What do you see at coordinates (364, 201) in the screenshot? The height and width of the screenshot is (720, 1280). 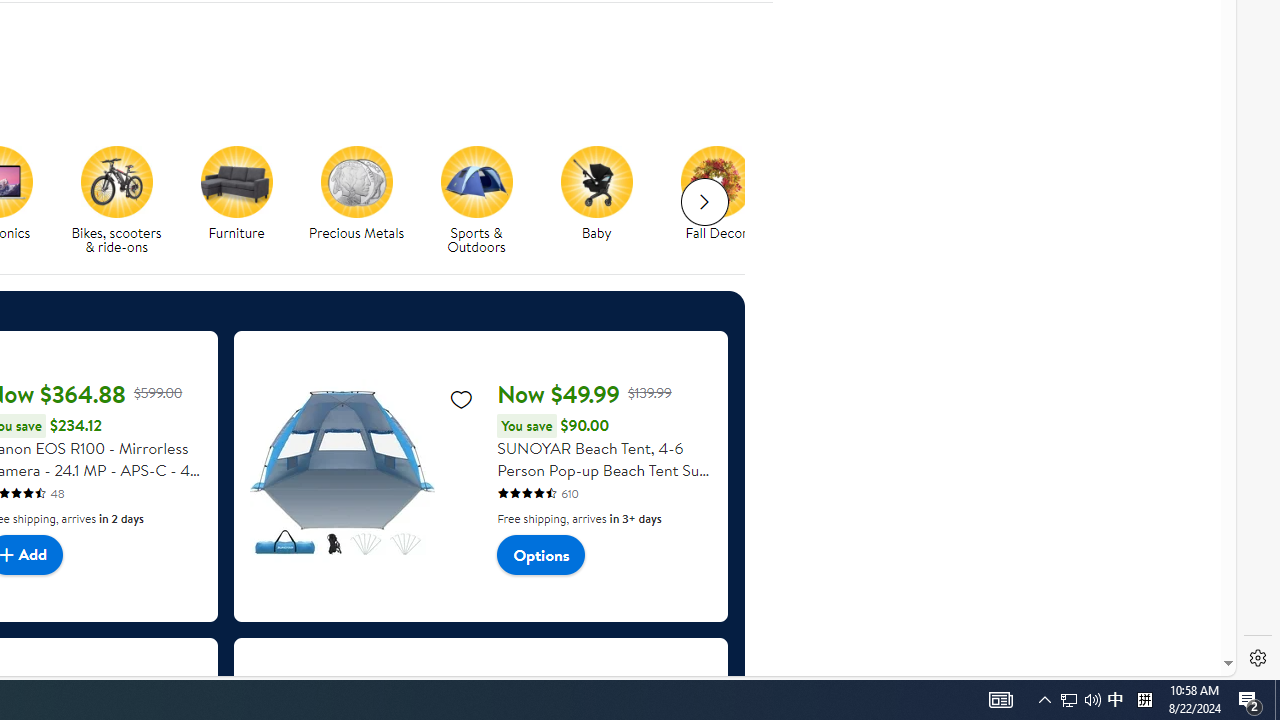 I see `'Precious Metals'` at bounding box center [364, 201].